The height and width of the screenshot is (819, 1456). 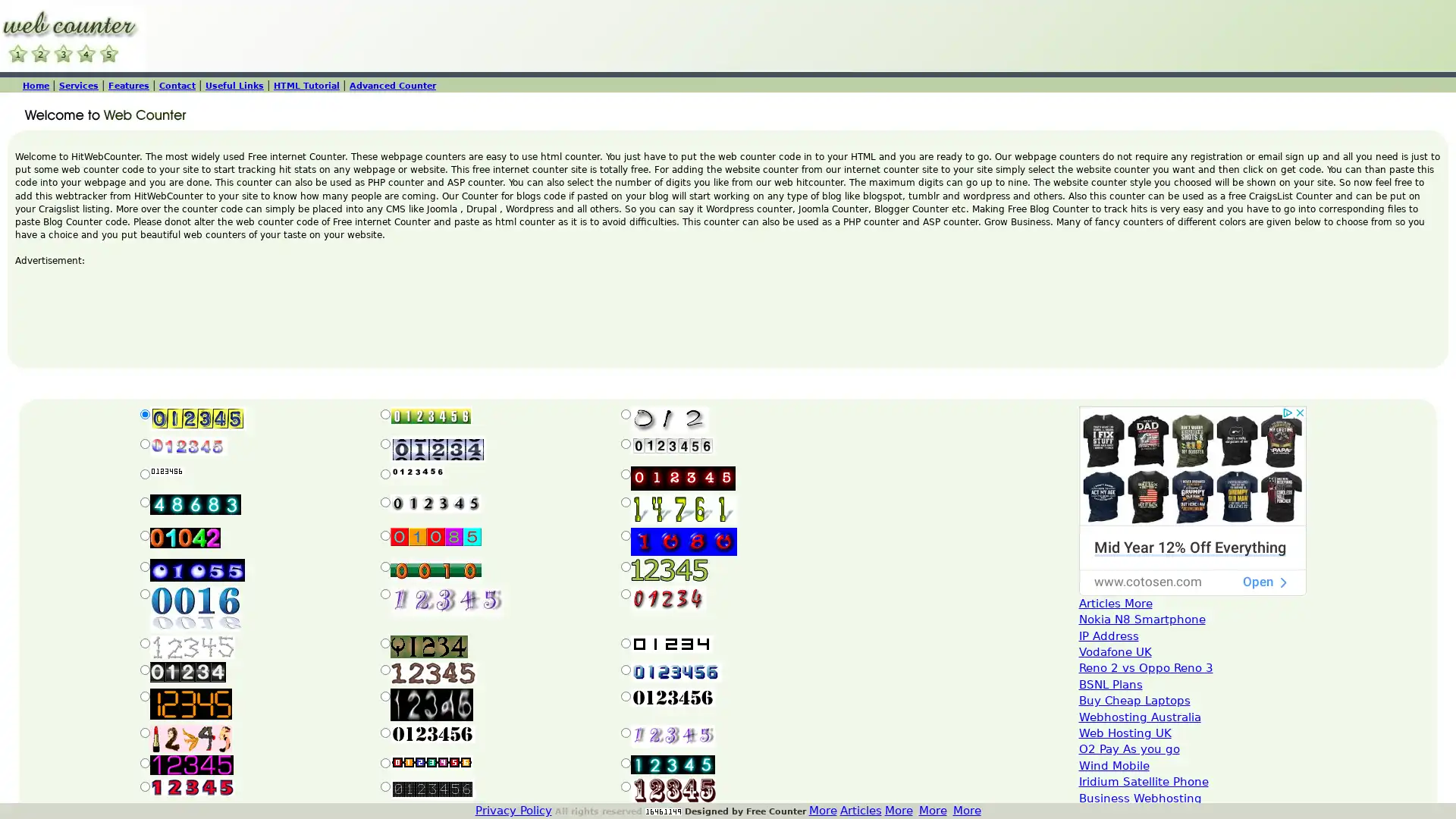 I want to click on Submit, so click(x=430, y=762).